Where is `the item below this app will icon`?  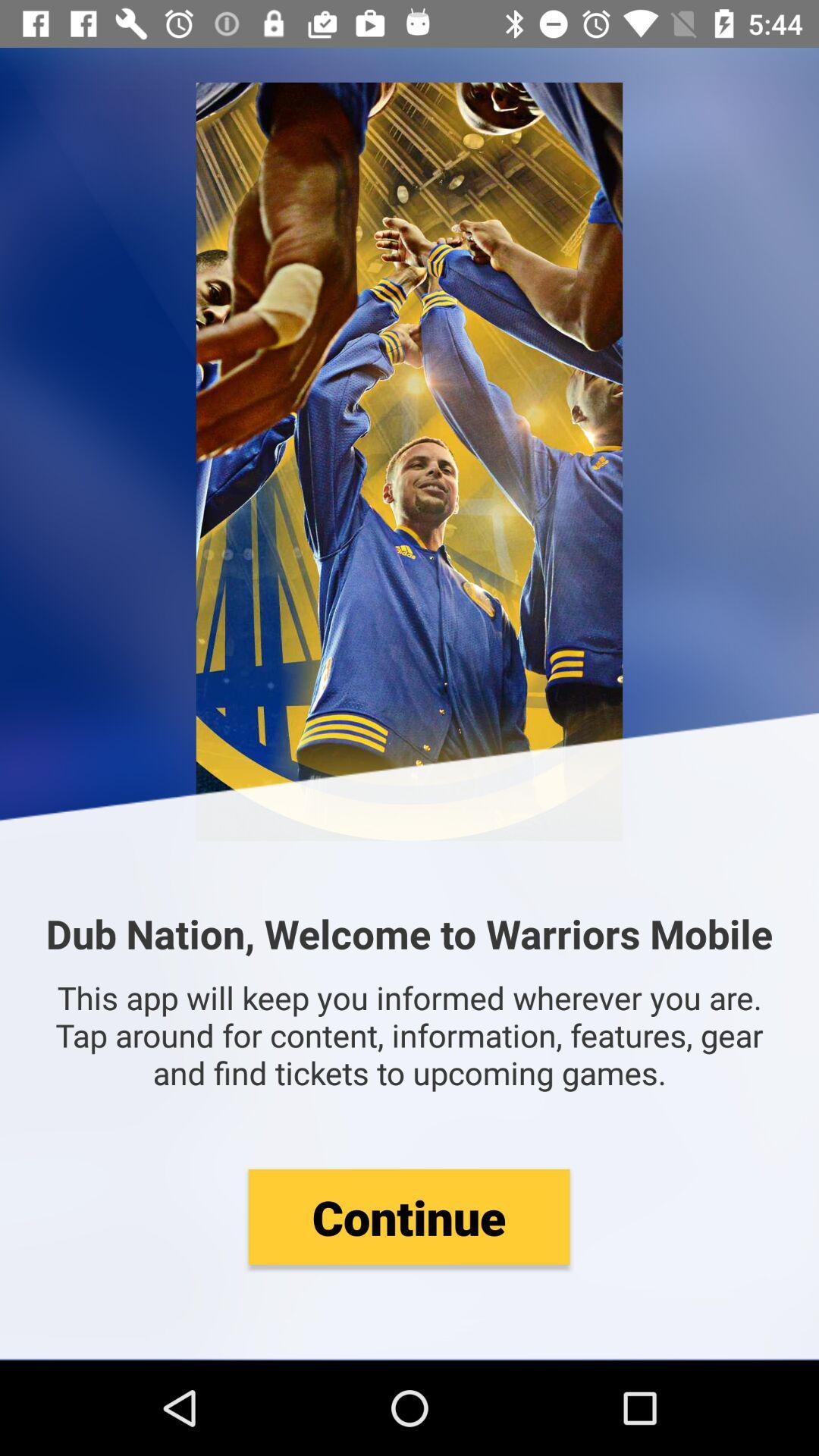
the item below this app will icon is located at coordinates (408, 1216).